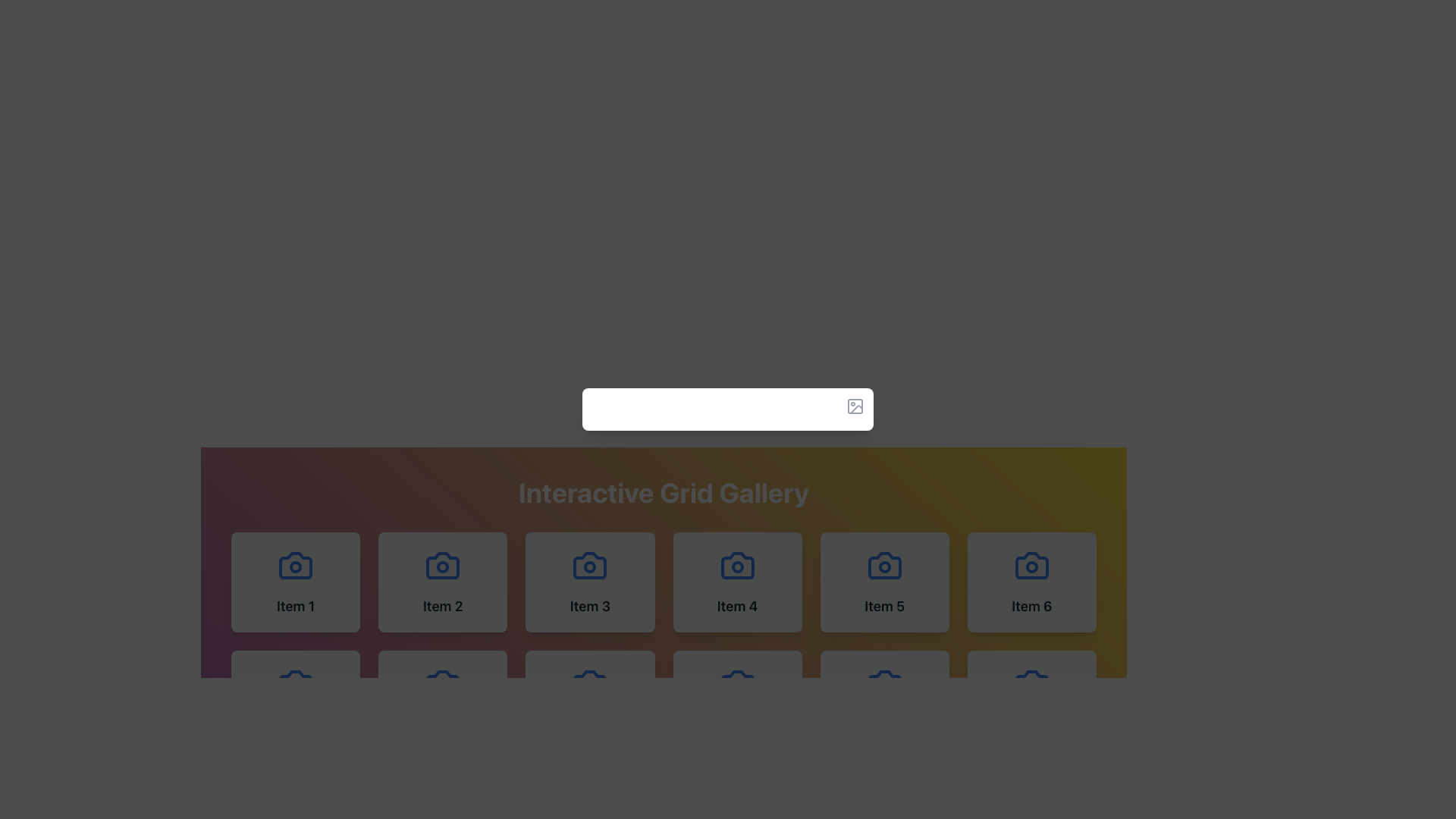 This screenshot has height=819, width=1456. I want to click on the camera icon, so click(296, 565).